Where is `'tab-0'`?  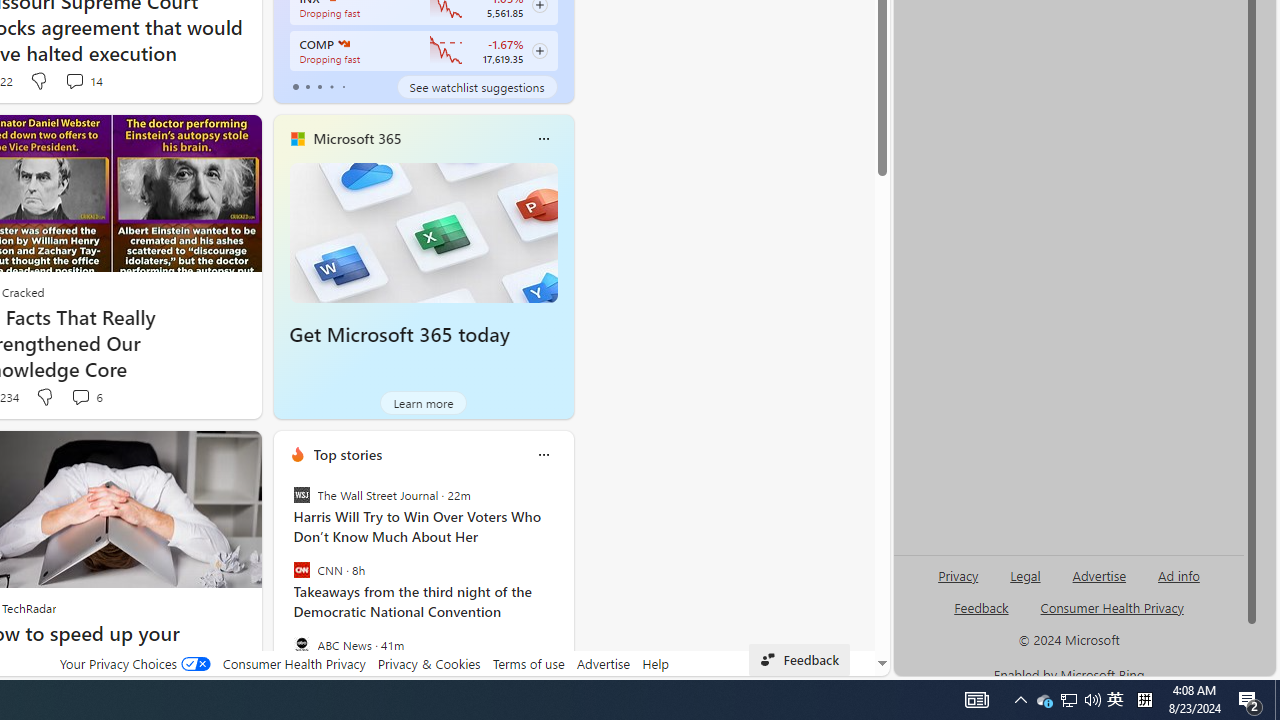 'tab-0' is located at coordinates (294, 86).